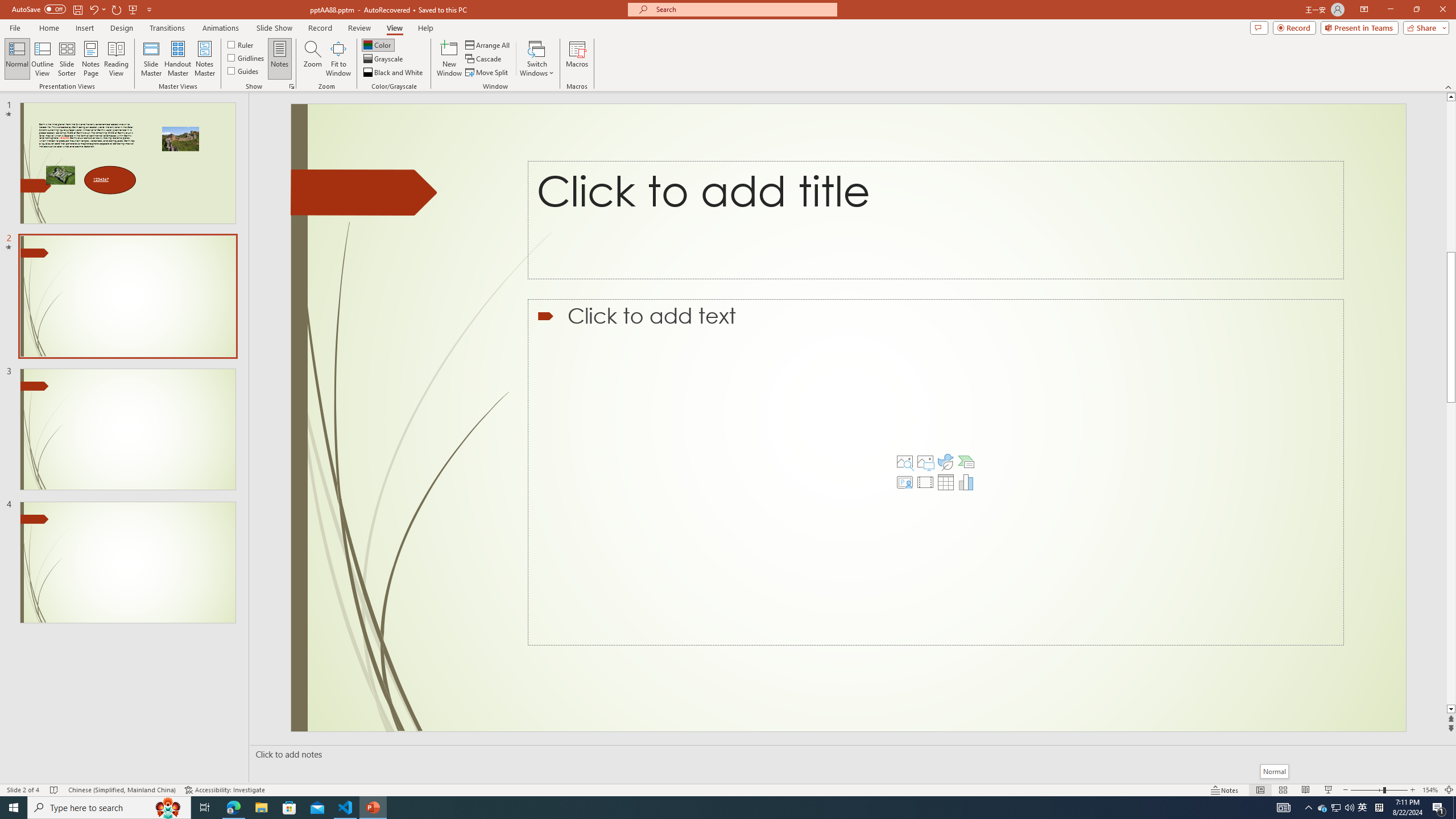  What do you see at coordinates (90, 59) in the screenshot?
I see `'Notes Page'` at bounding box center [90, 59].